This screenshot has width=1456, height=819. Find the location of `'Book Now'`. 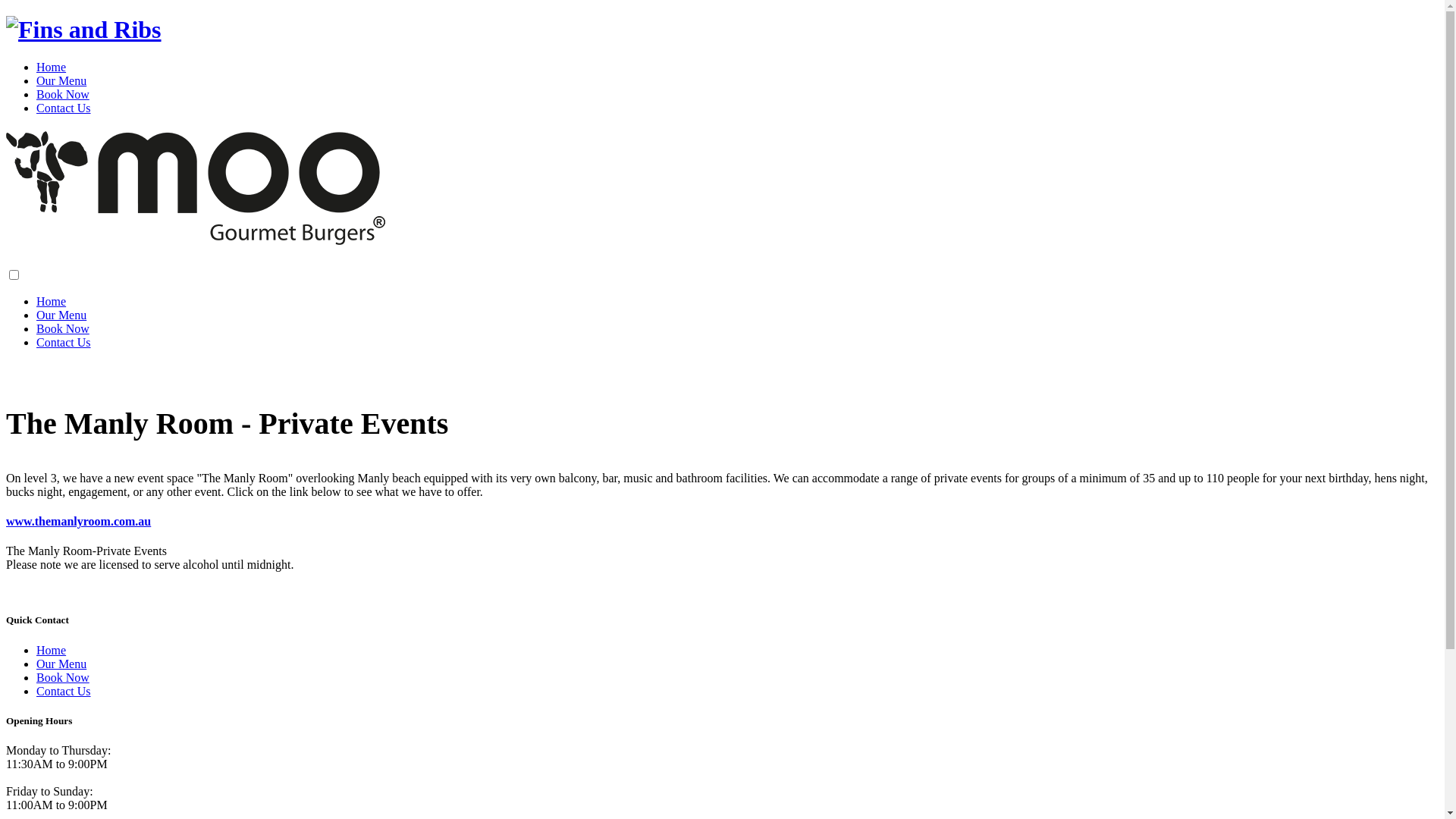

'Book Now' is located at coordinates (61, 328).